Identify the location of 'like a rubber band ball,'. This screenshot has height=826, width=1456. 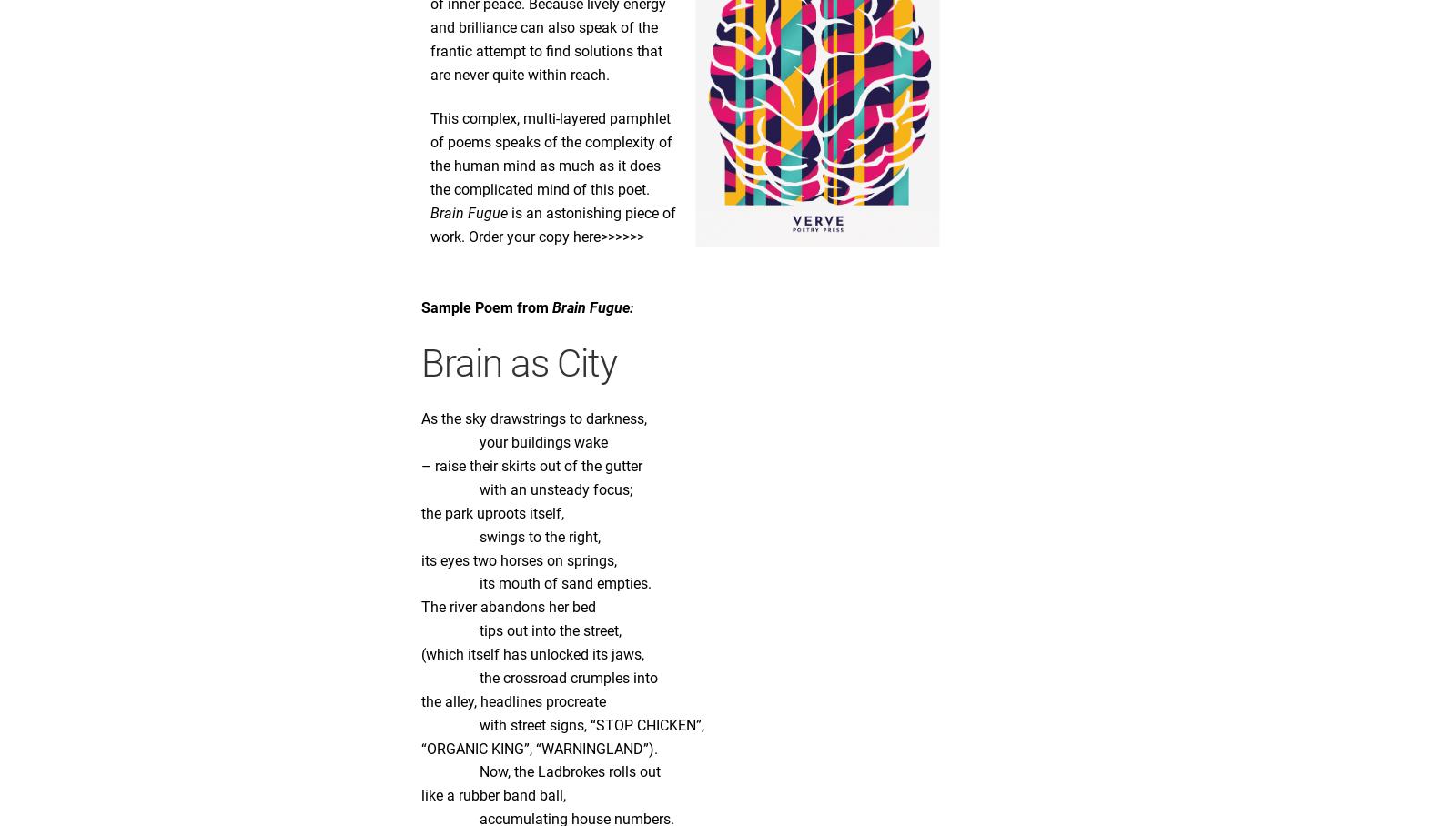
(492, 795).